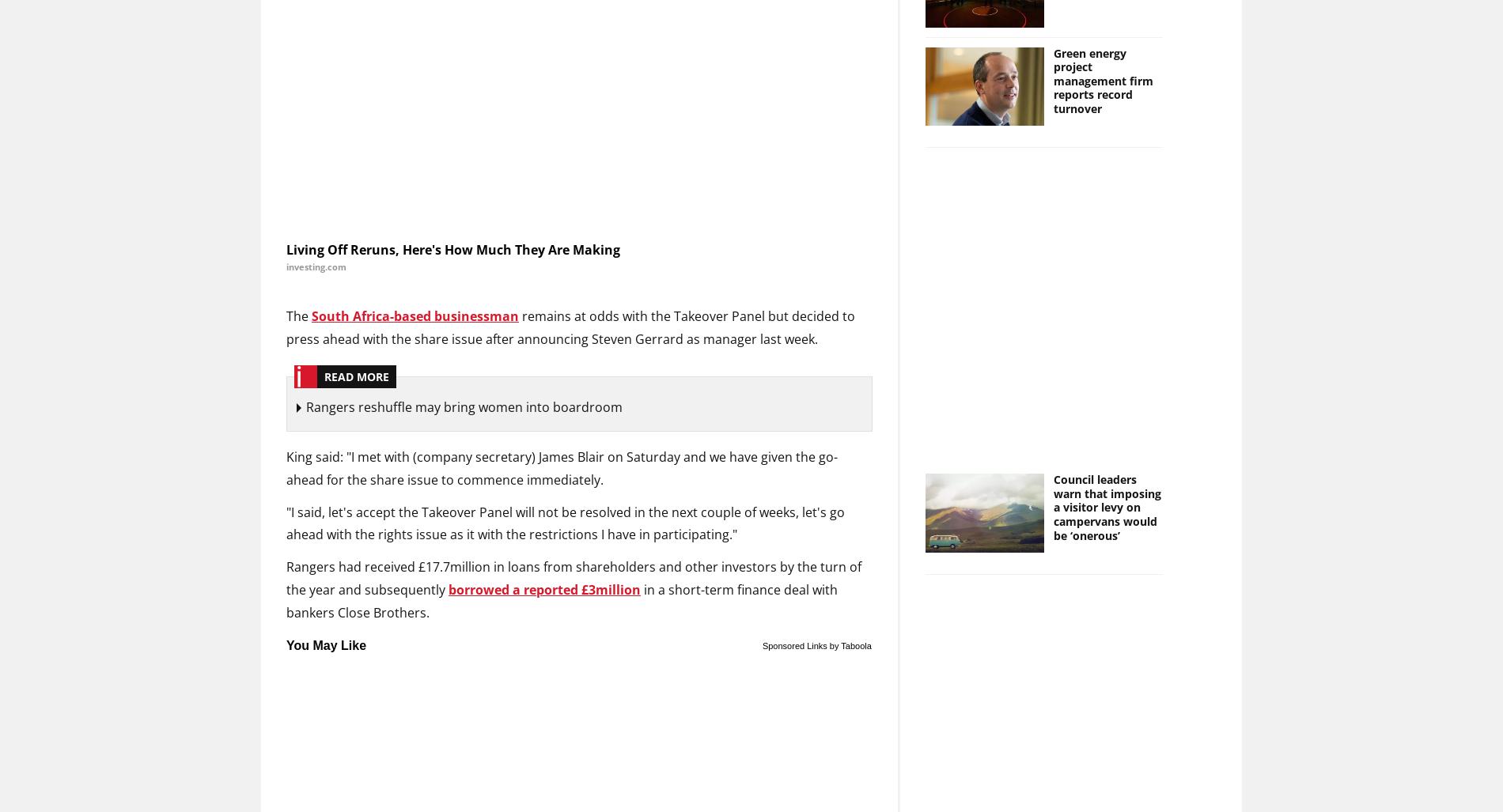 Image resolution: width=1503 pixels, height=812 pixels. Describe the element at coordinates (564, 522) in the screenshot. I see `'"I said, let's accept the Takeover Panel will not be resolved in the next couple of weeks, let's go ahead with the rights issue as it with the restrictions I have in participating."'` at that location.